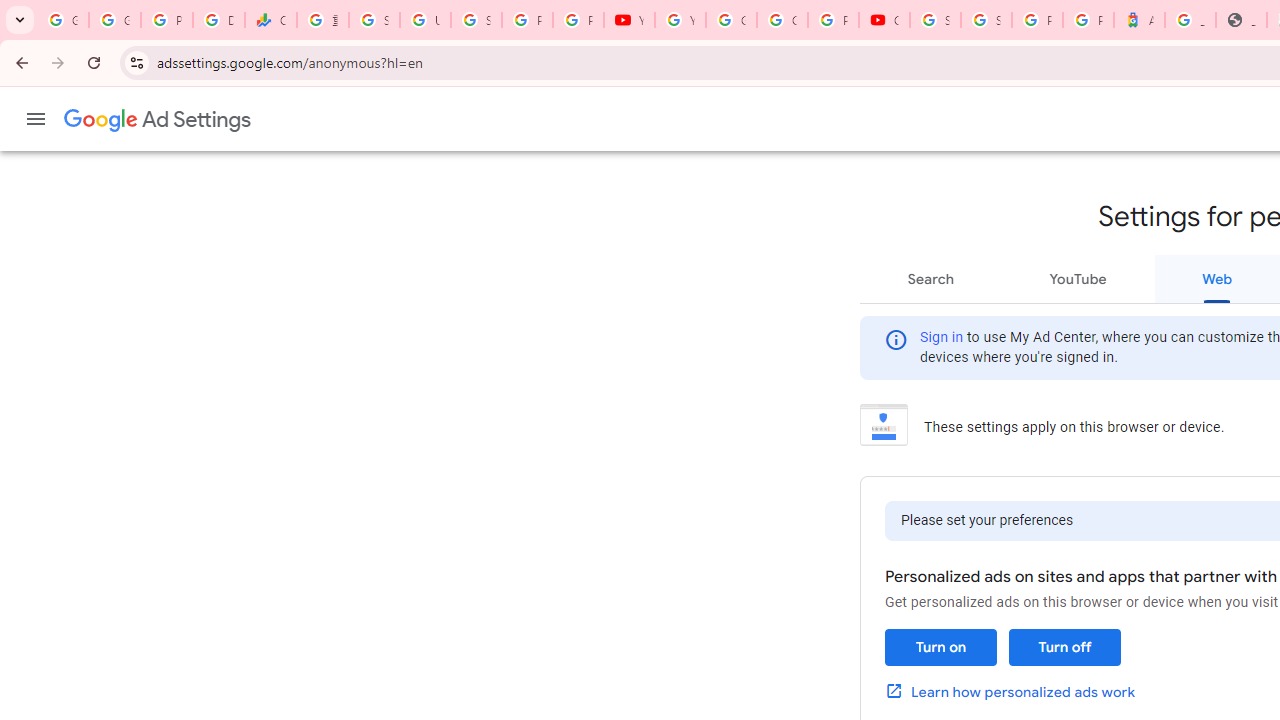 The width and height of the screenshot is (1280, 720). I want to click on 'Google Workspace Admin Community', so click(63, 20).